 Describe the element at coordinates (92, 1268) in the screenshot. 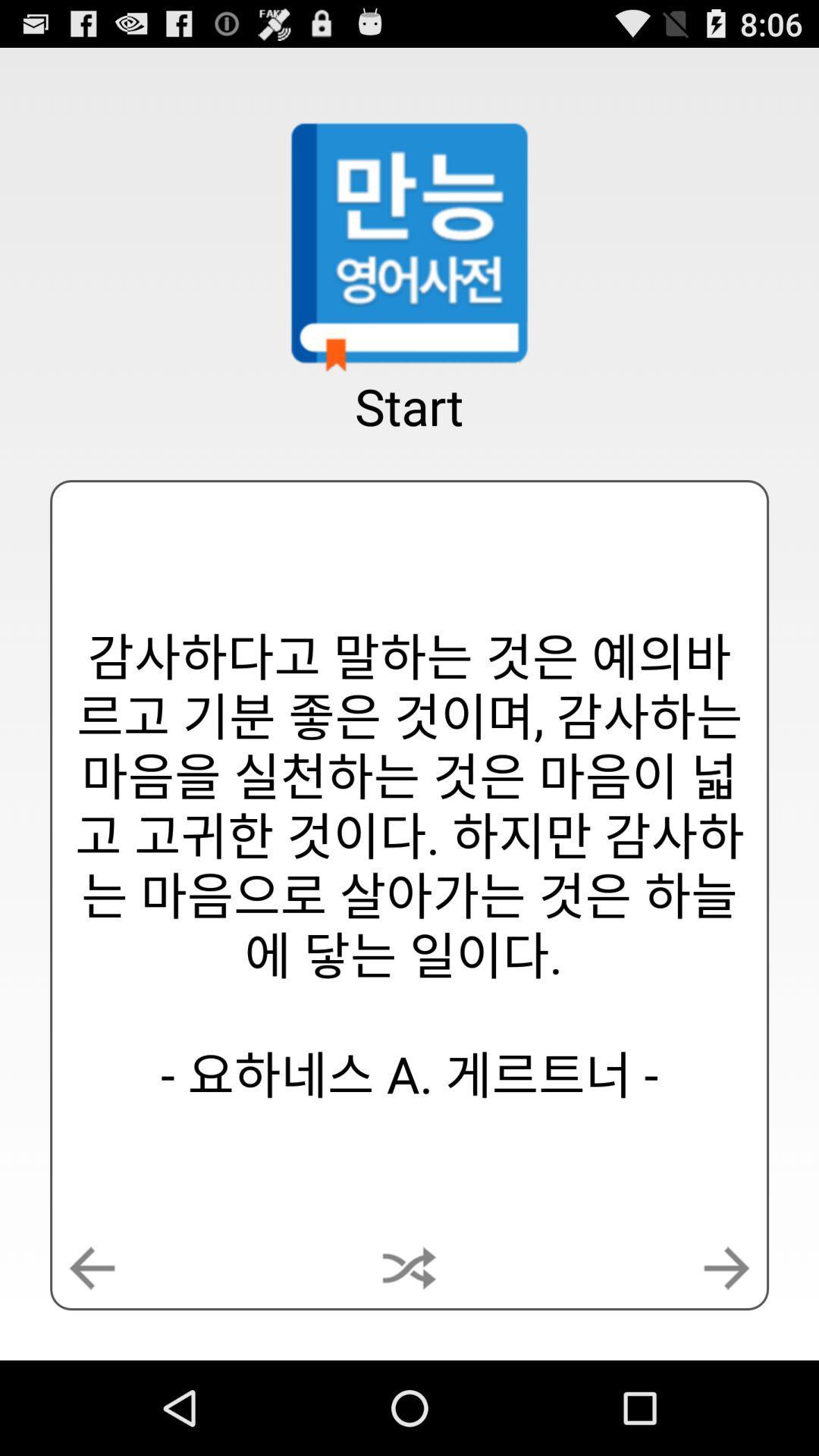

I see `the button at the bottom left corner` at that location.